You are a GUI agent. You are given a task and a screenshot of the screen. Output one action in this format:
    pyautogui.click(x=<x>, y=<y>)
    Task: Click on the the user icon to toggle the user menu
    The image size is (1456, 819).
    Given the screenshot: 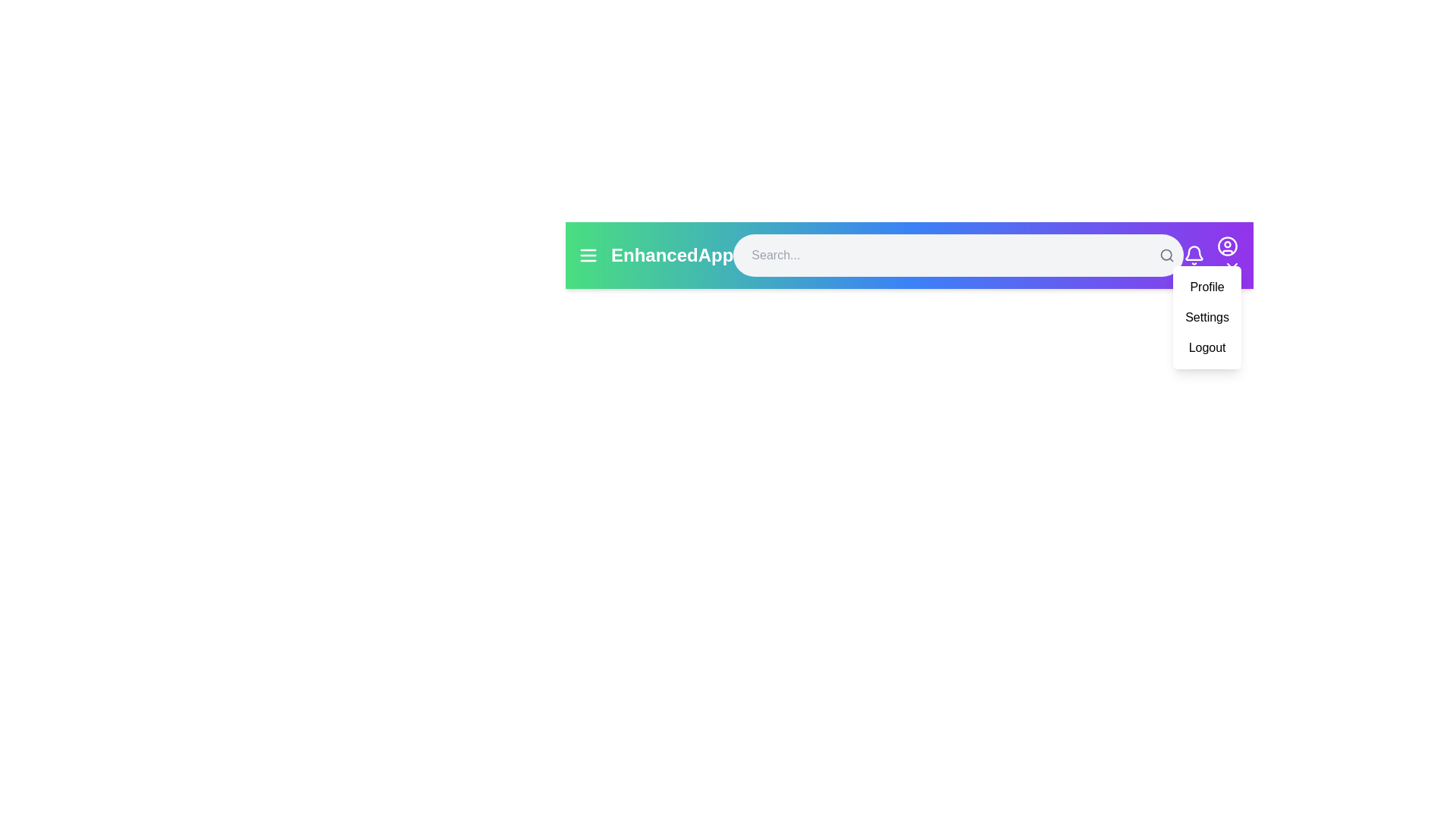 What is the action you would take?
    pyautogui.click(x=1227, y=245)
    